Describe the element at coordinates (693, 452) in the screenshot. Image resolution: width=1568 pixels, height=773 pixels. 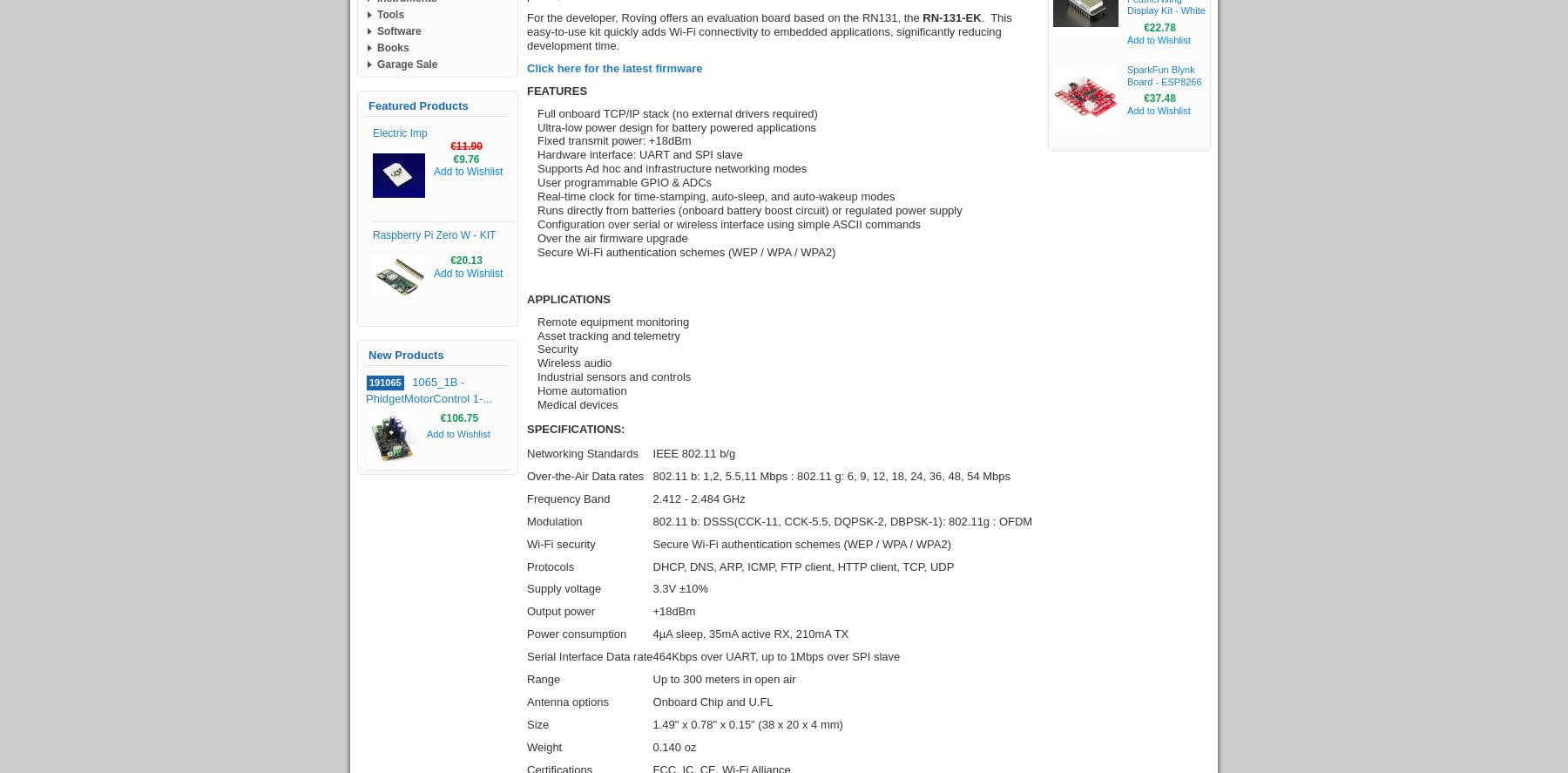
I see `'IEEE 802.11 b/g'` at that location.